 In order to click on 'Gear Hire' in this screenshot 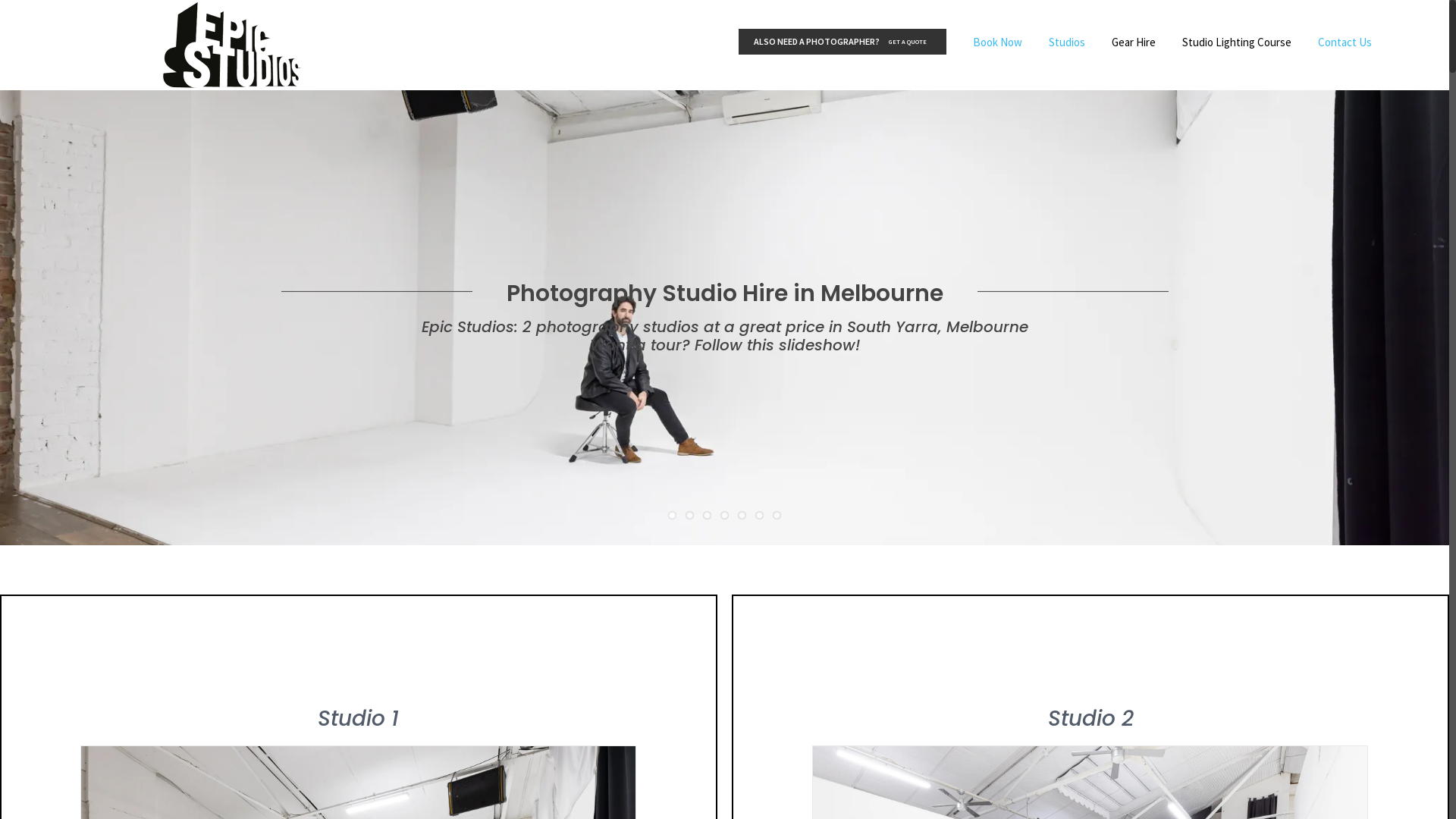, I will do `click(1133, 40)`.